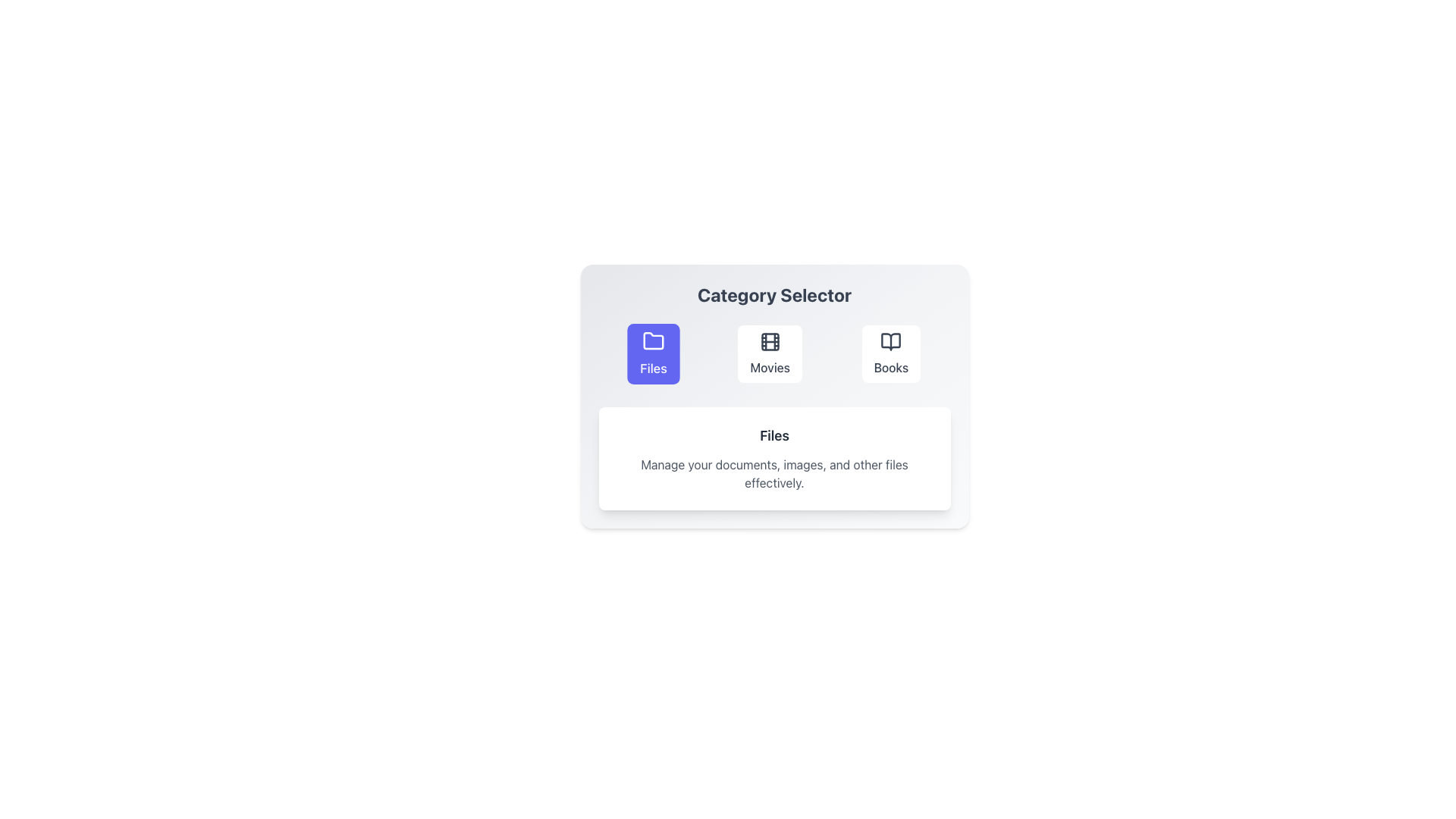 This screenshot has height=819, width=1456. Describe the element at coordinates (653, 353) in the screenshot. I see `the 'Files' button, which is styled with a folder-shaped icon and bold white text on an indigo background` at that location.